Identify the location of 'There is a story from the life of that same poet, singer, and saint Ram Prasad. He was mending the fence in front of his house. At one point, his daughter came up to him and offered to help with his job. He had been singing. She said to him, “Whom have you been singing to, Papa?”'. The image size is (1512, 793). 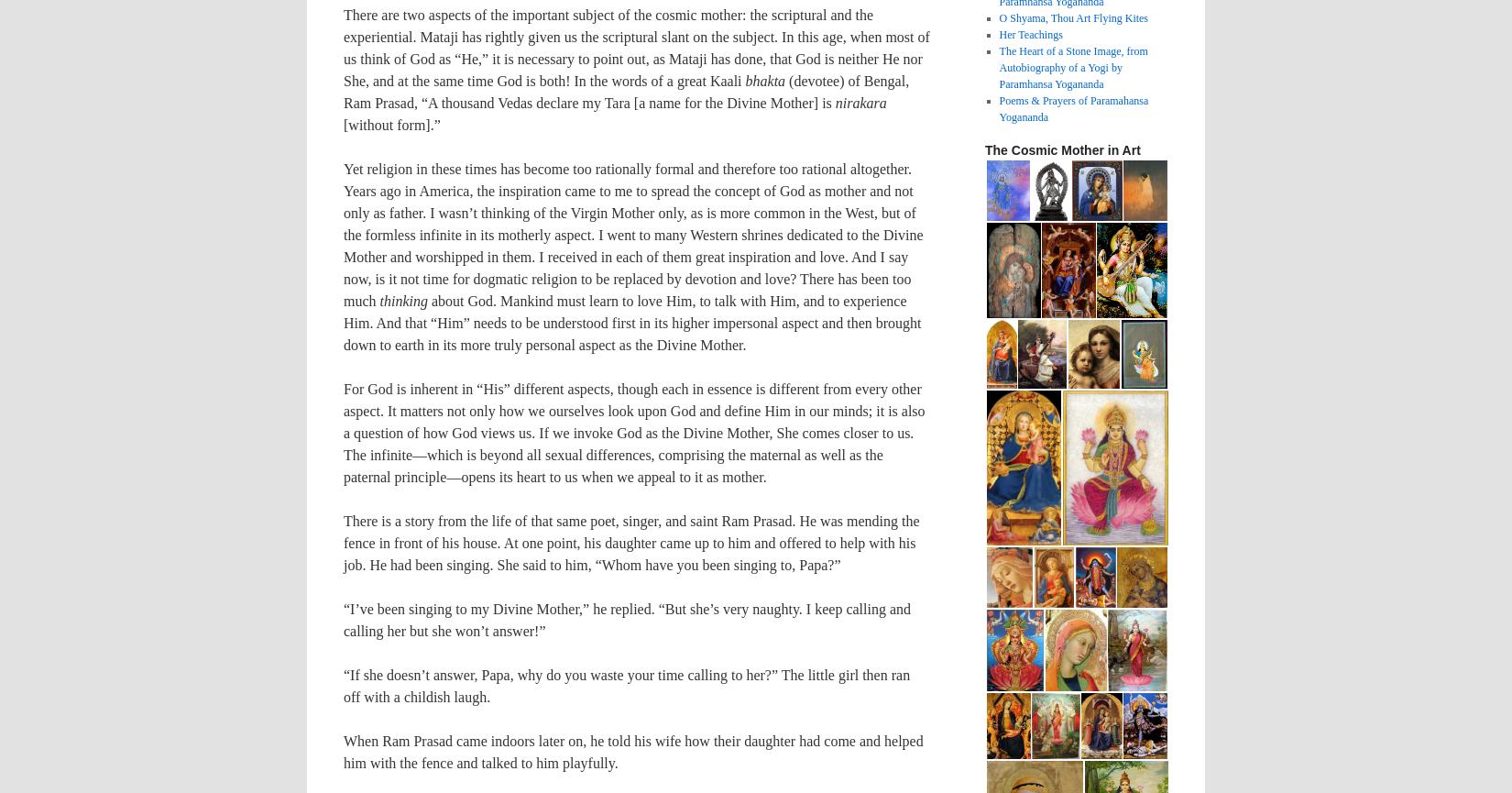
(344, 543).